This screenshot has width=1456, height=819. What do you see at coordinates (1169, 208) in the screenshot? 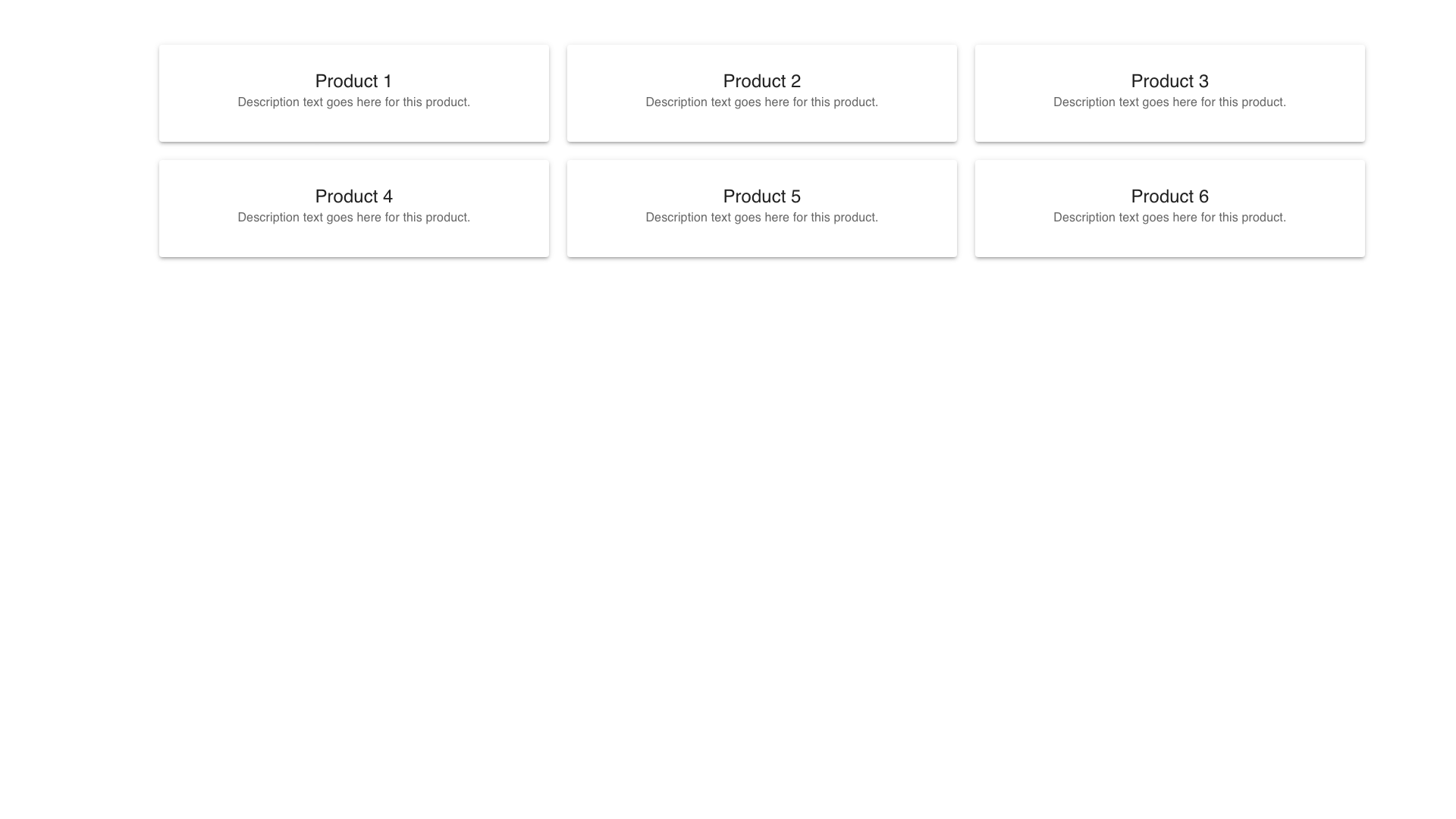
I see `the product card displaying the title 'Product 6' and description 'Description text goes here for this product.' located in the bottom right corner of the grid layout` at bounding box center [1169, 208].